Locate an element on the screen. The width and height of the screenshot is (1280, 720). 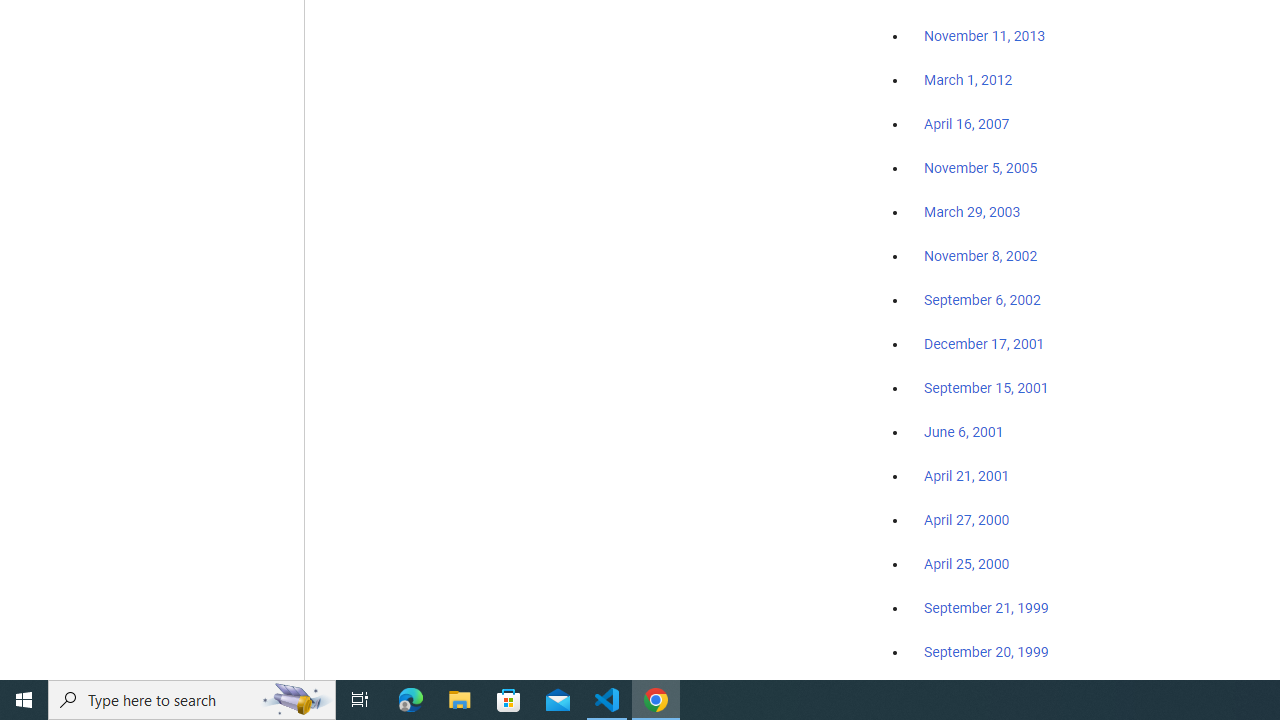
'April 25, 2000' is located at coordinates (967, 564).